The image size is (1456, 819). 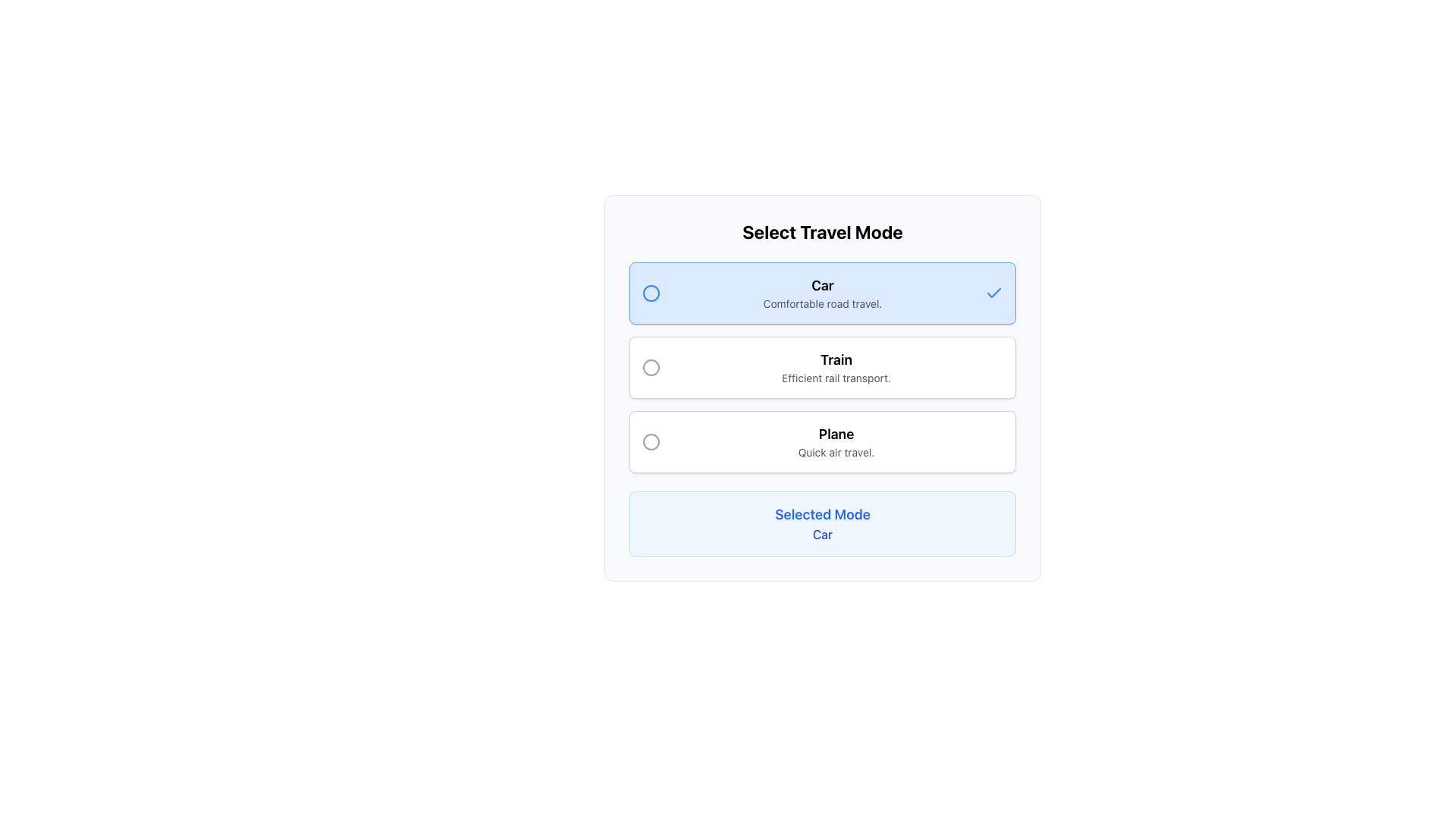 What do you see at coordinates (651, 441) in the screenshot?
I see `the unselected circular indicator icon for the 'Plane' travel mode in the 'Select Travel Mode' interface` at bounding box center [651, 441].